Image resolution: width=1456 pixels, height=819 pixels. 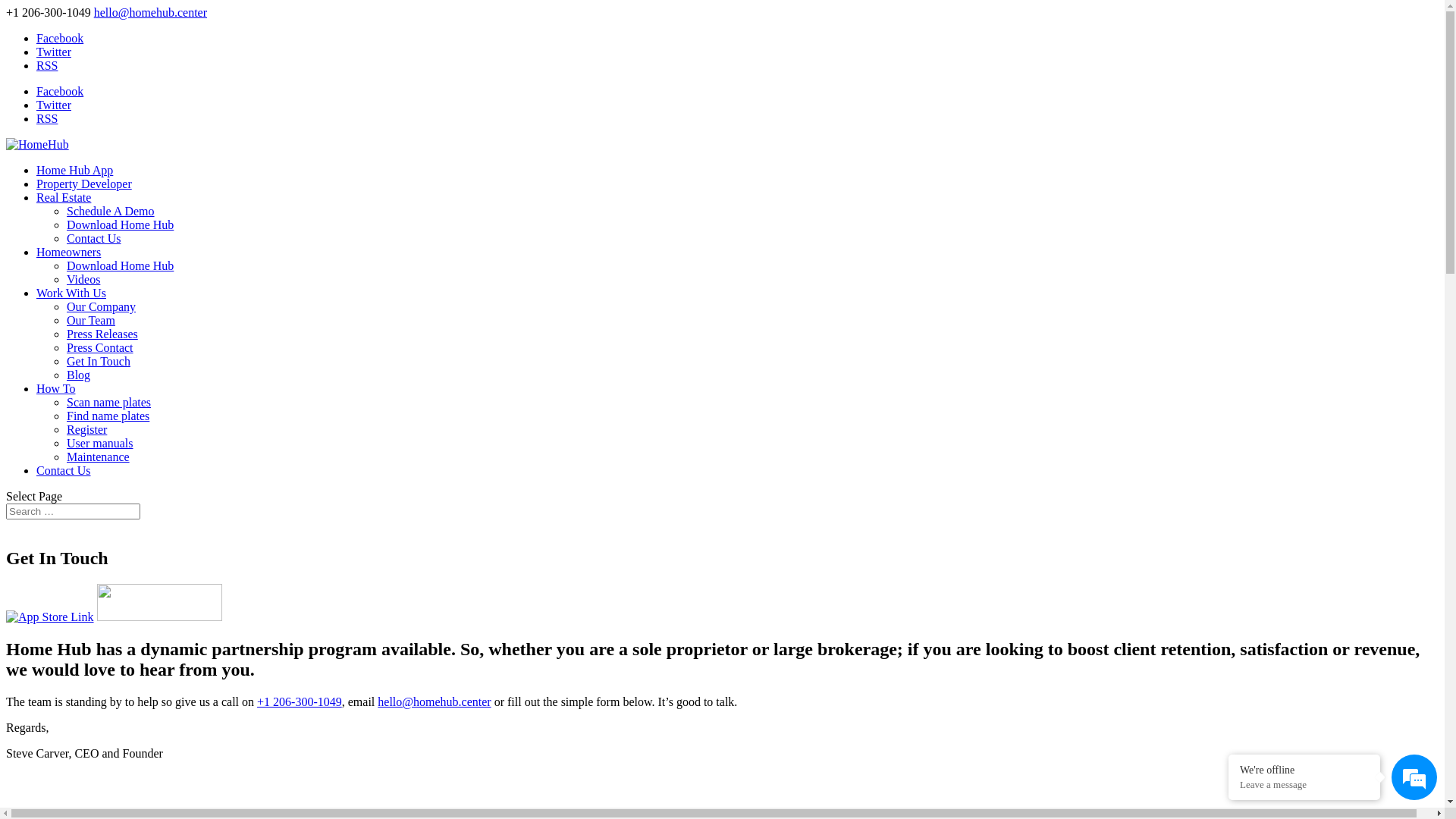 What do you see at coordinates (433, 701) in the screenshot?
I see `'hello@homehub.center'` at bounding box center [433, 701].